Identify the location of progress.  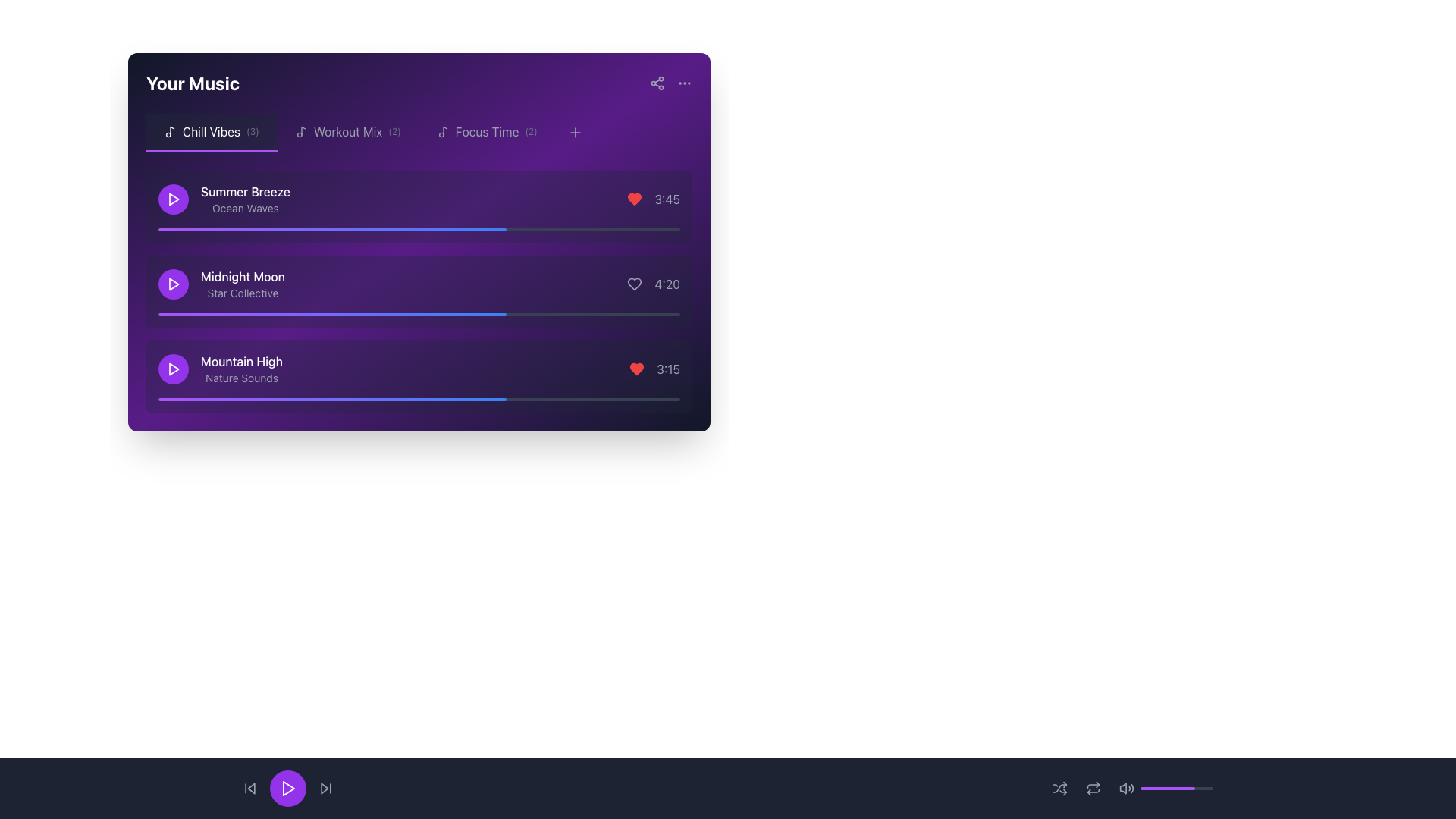
(518, 230).